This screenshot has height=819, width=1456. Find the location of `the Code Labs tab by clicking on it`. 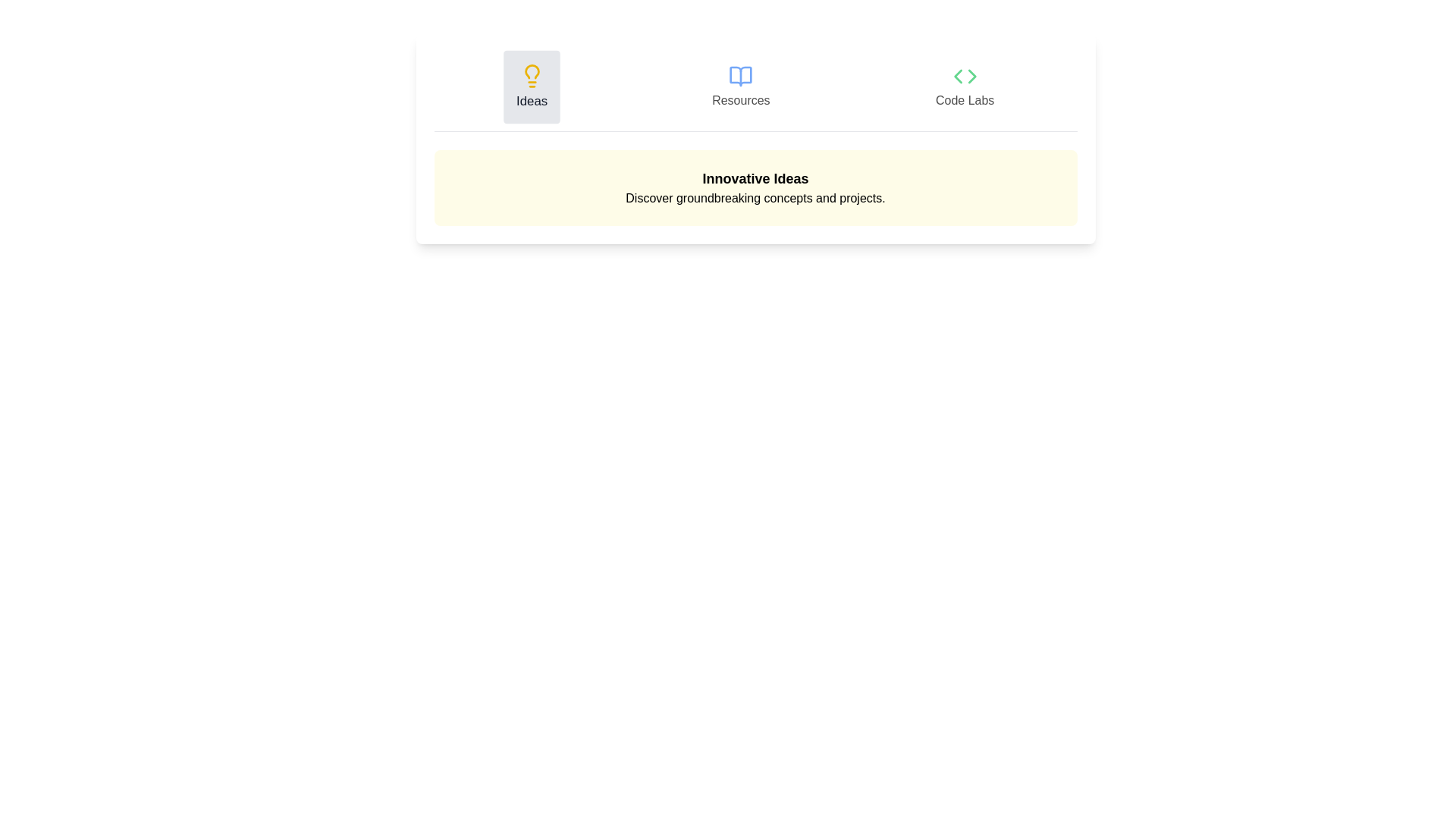

the Code Labs tab by clicking on it is located at coordinates (964, 87).